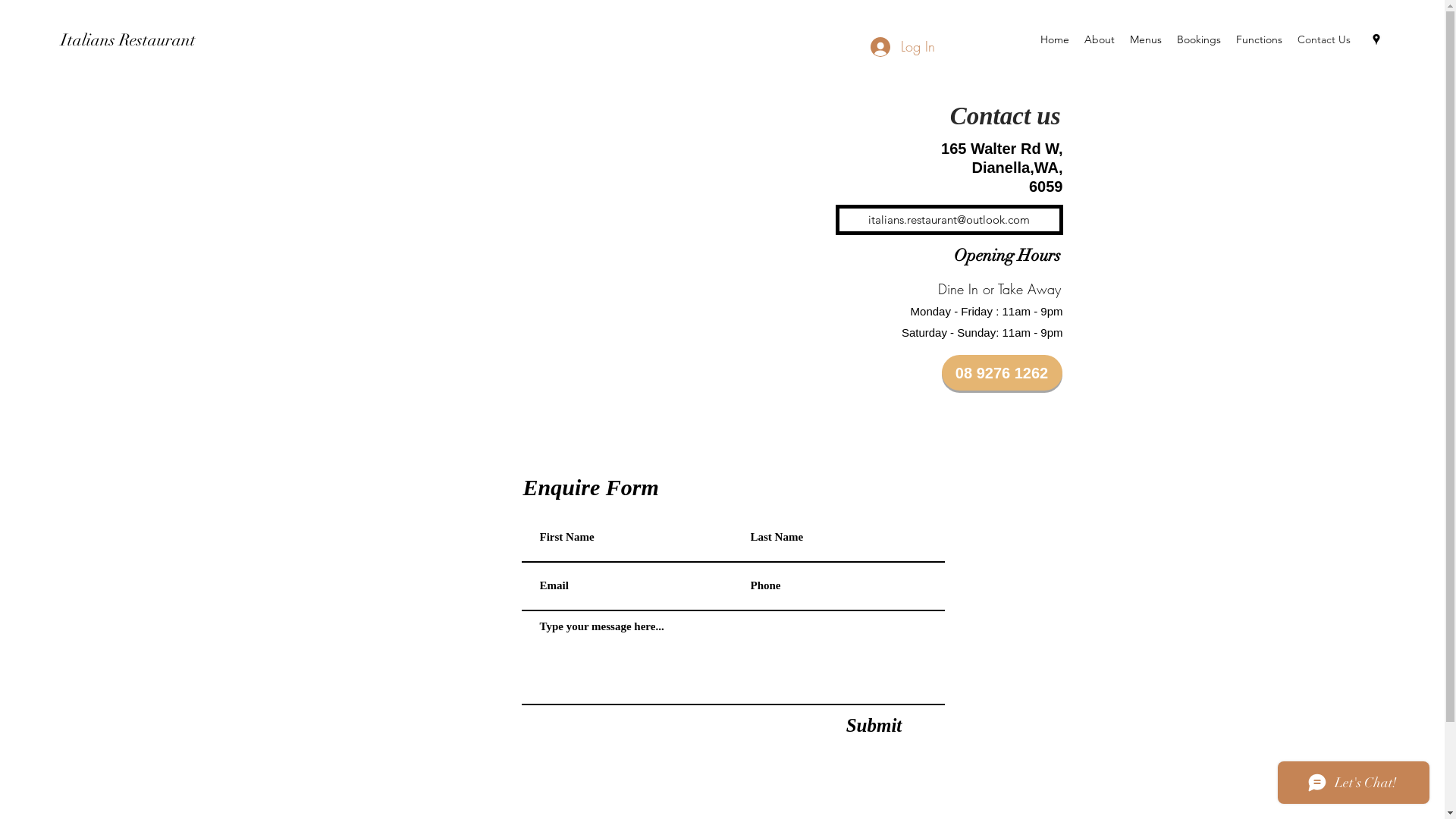  Describe the element at coordinates (1002, 372) in the screenshot. I see `'08 9276 1262'` at that location.